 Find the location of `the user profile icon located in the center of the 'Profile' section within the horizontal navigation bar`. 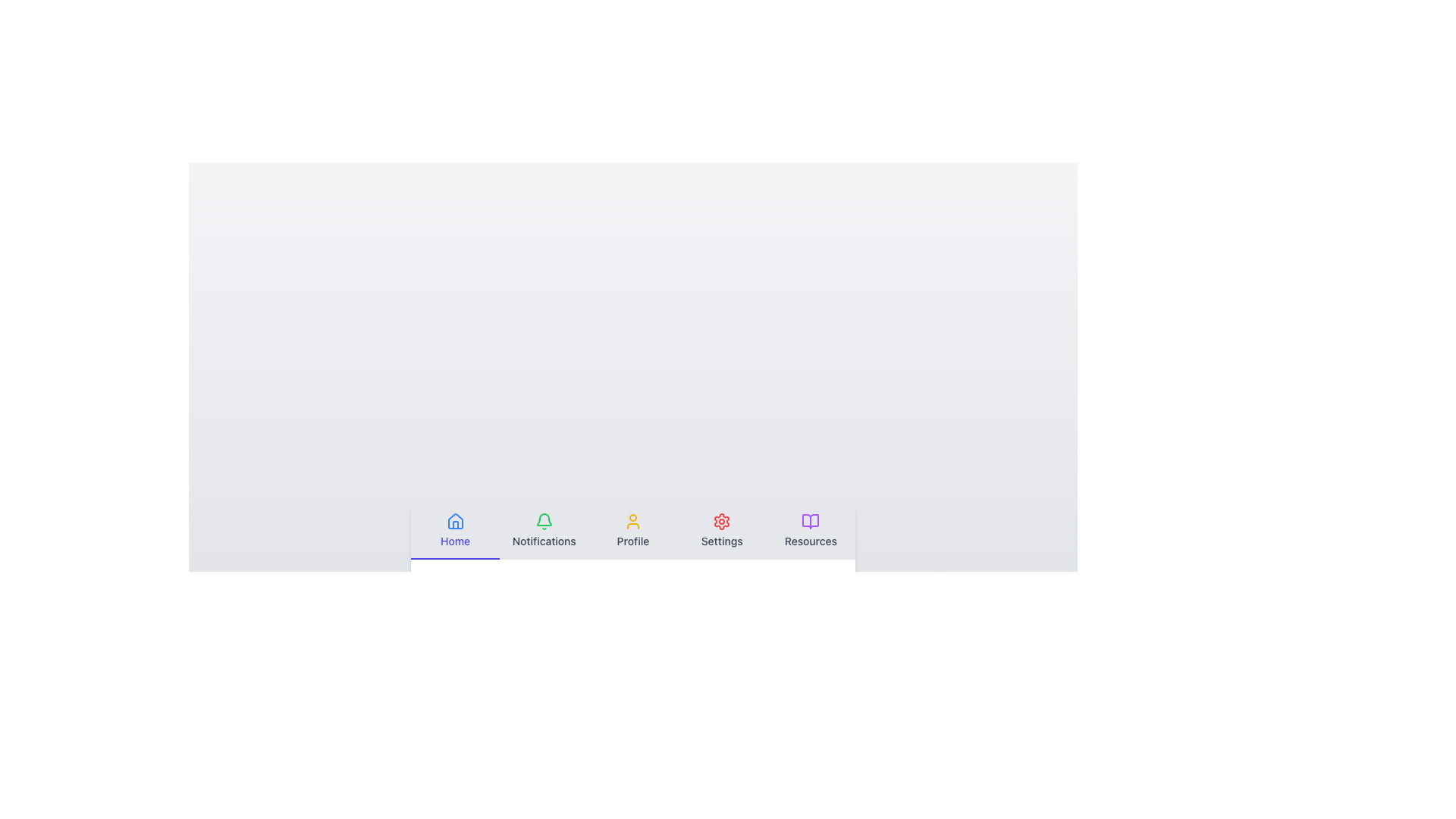

the user profile icon located in the center of the 'Profile' section within the horizontal navigation bar is located at coordinates (633, 520).